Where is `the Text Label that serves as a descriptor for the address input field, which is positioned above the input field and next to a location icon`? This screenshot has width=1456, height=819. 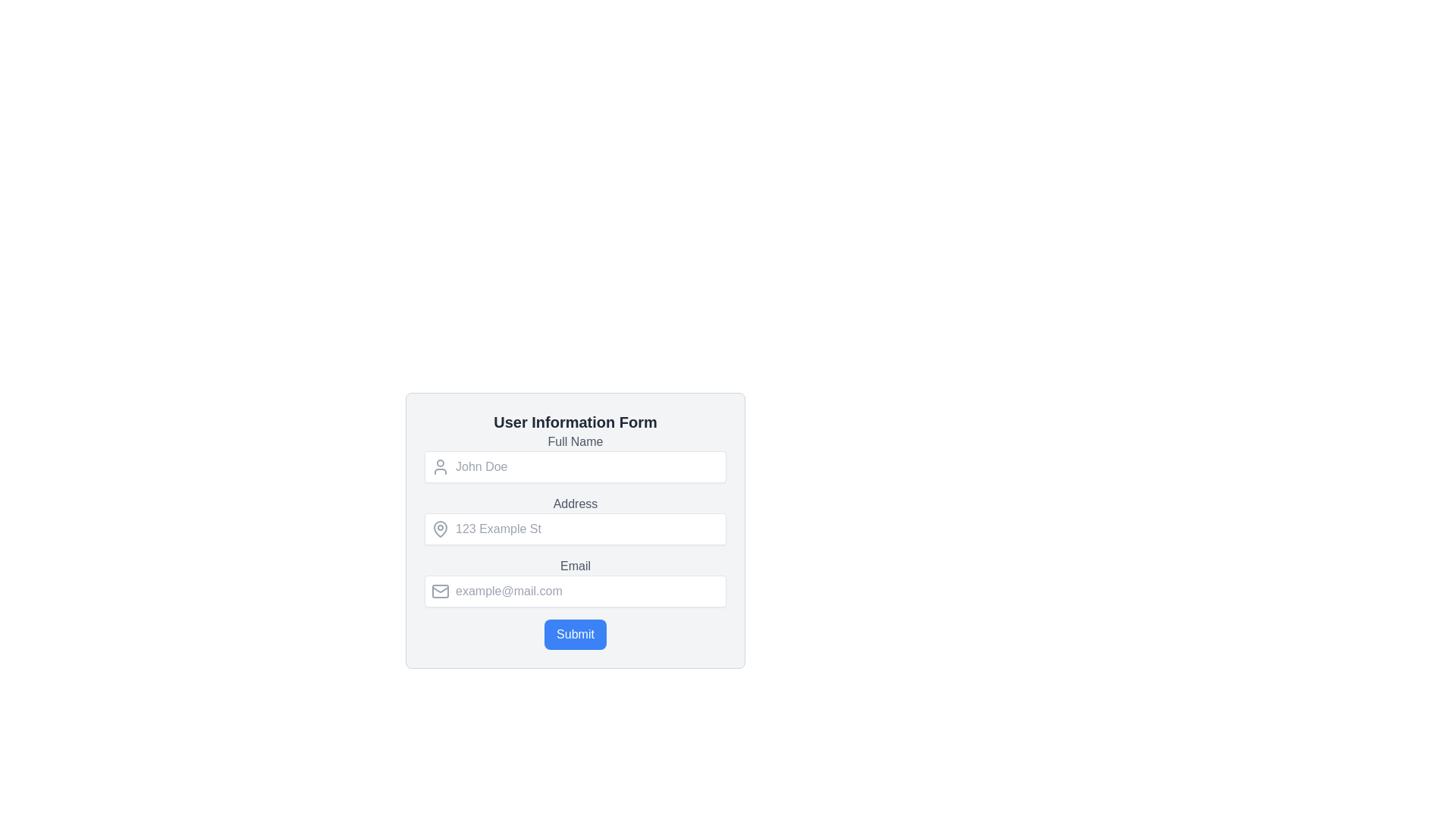
the Text Label that serves as a descriptor for the address input field, which is positioned above the input field and next to a location icon is located at coordinates (574, 504).